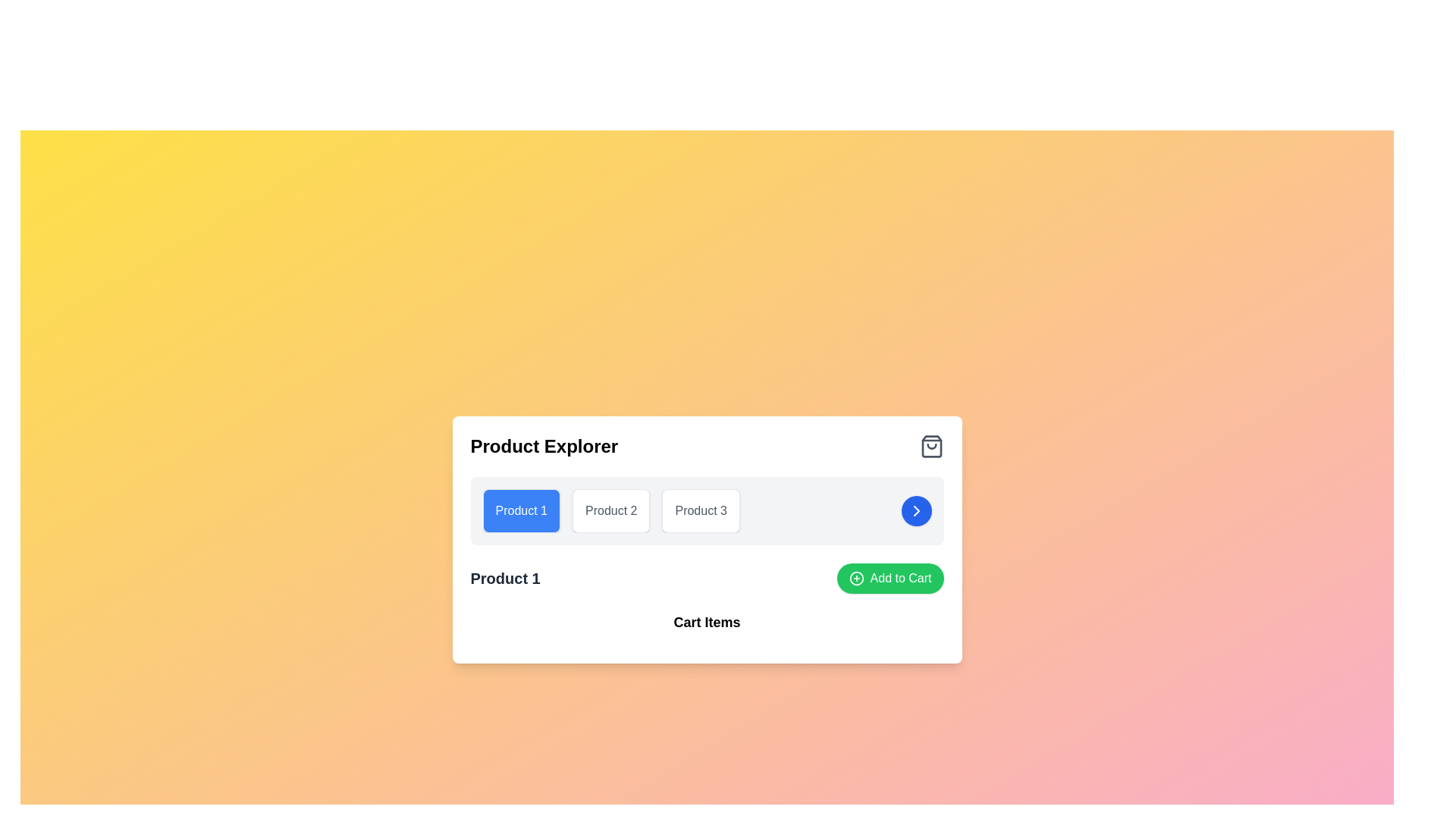 This screenshot has width=1456, height=819. I want to click on the shopping cart icon located at the top-right corner of the 'Product Explorer' section, so click(930, 446).